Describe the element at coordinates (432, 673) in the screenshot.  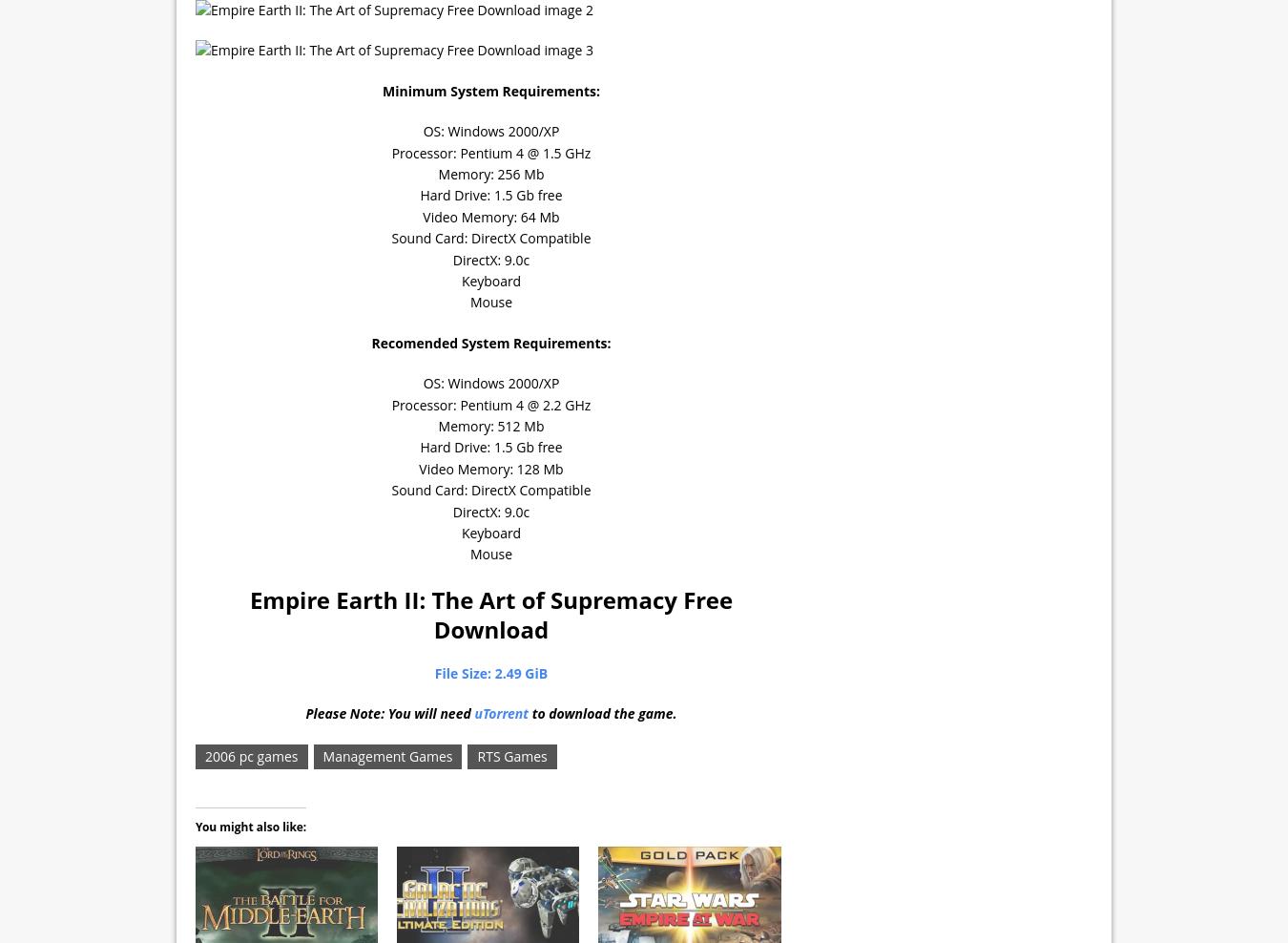
I see `'File Size: 2.49 GiB'` at that location.